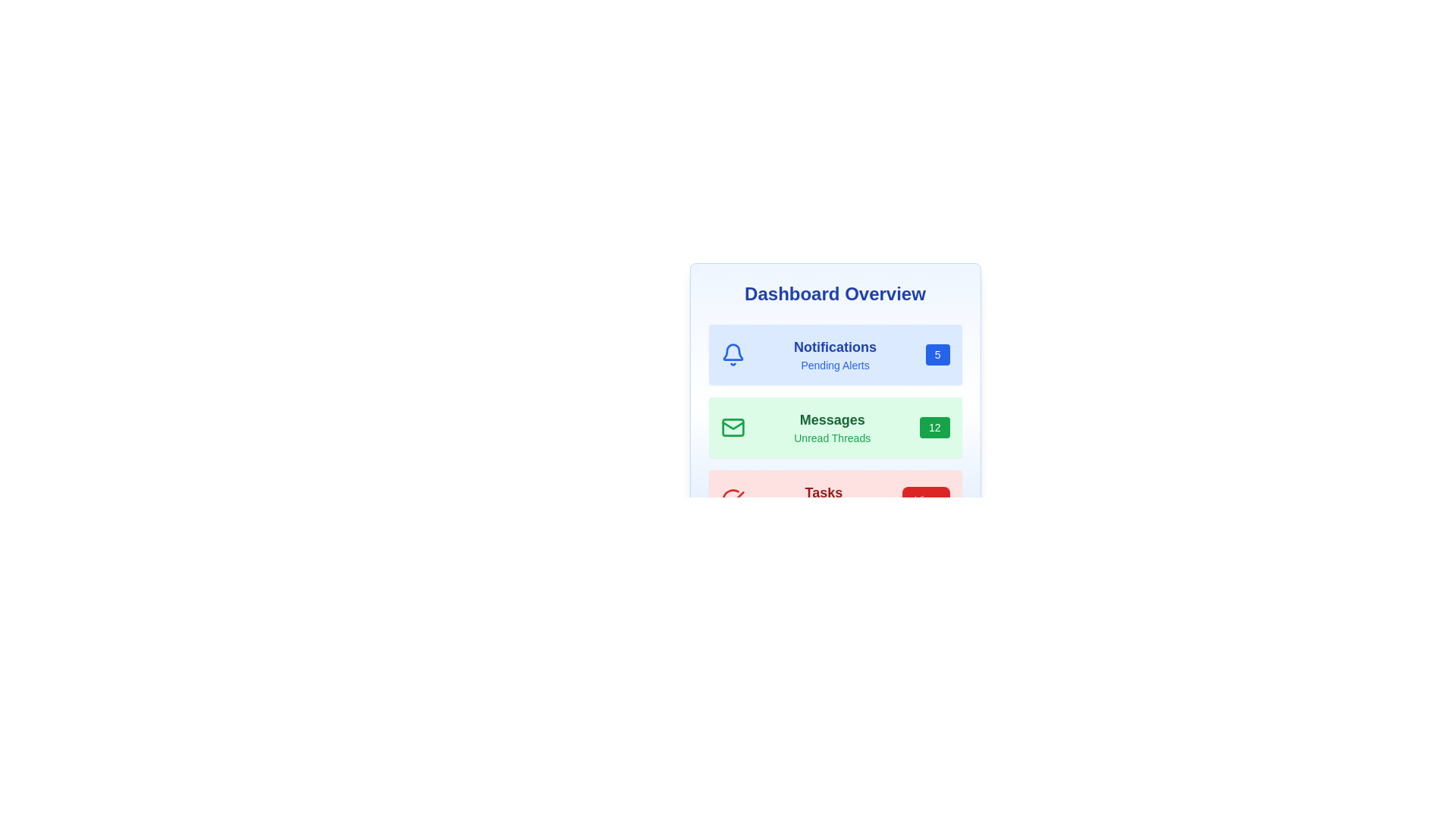  Describe the element at coordinates (733, 354) in the screenshot. I see `the blue bell icon located on the left side of the 'Notifications' section in the 'Dashboard Overview' panel` at that location.